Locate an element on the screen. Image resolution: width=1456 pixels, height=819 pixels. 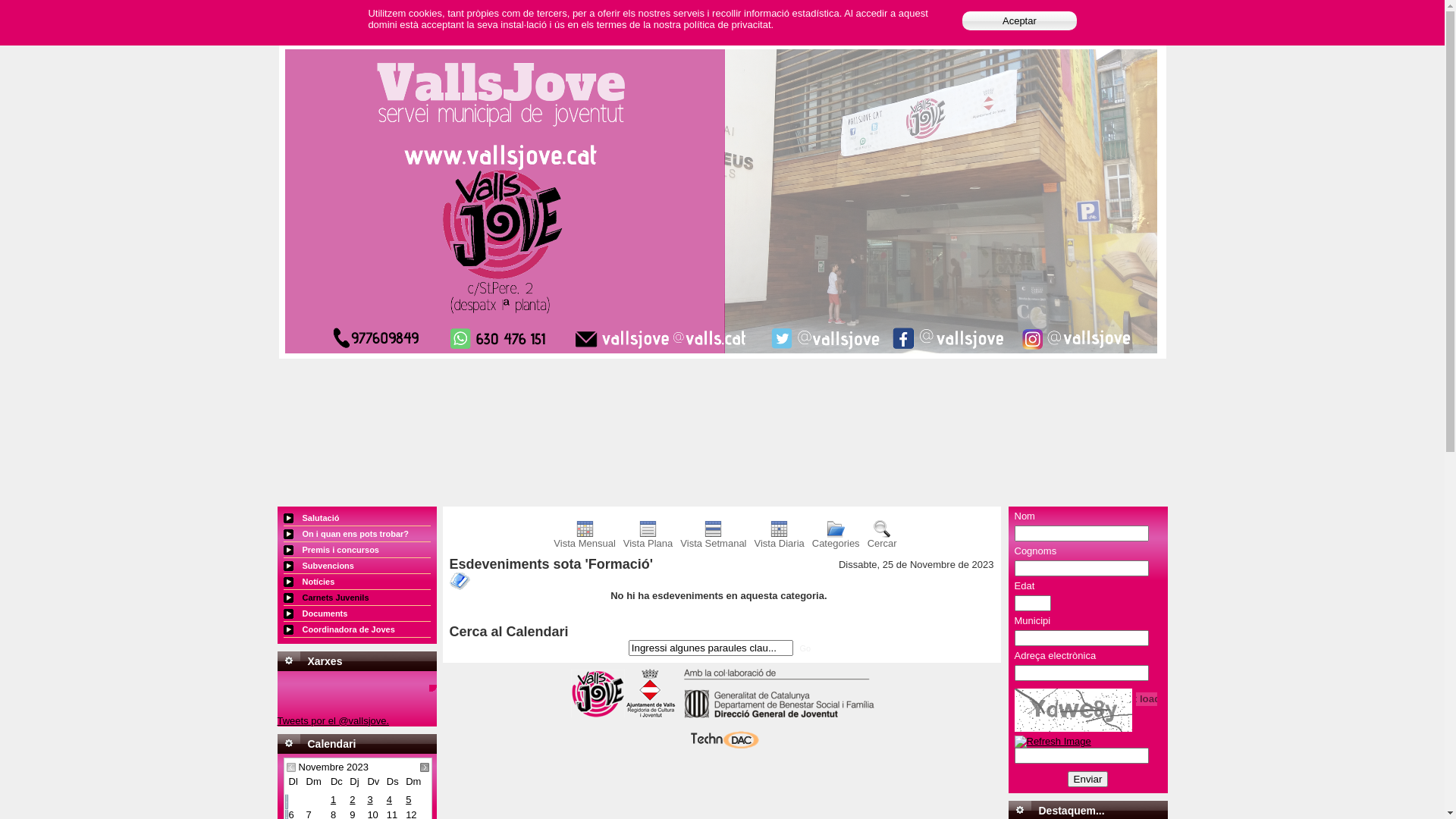
'Subvencions' is located at coordinates (356, 566).